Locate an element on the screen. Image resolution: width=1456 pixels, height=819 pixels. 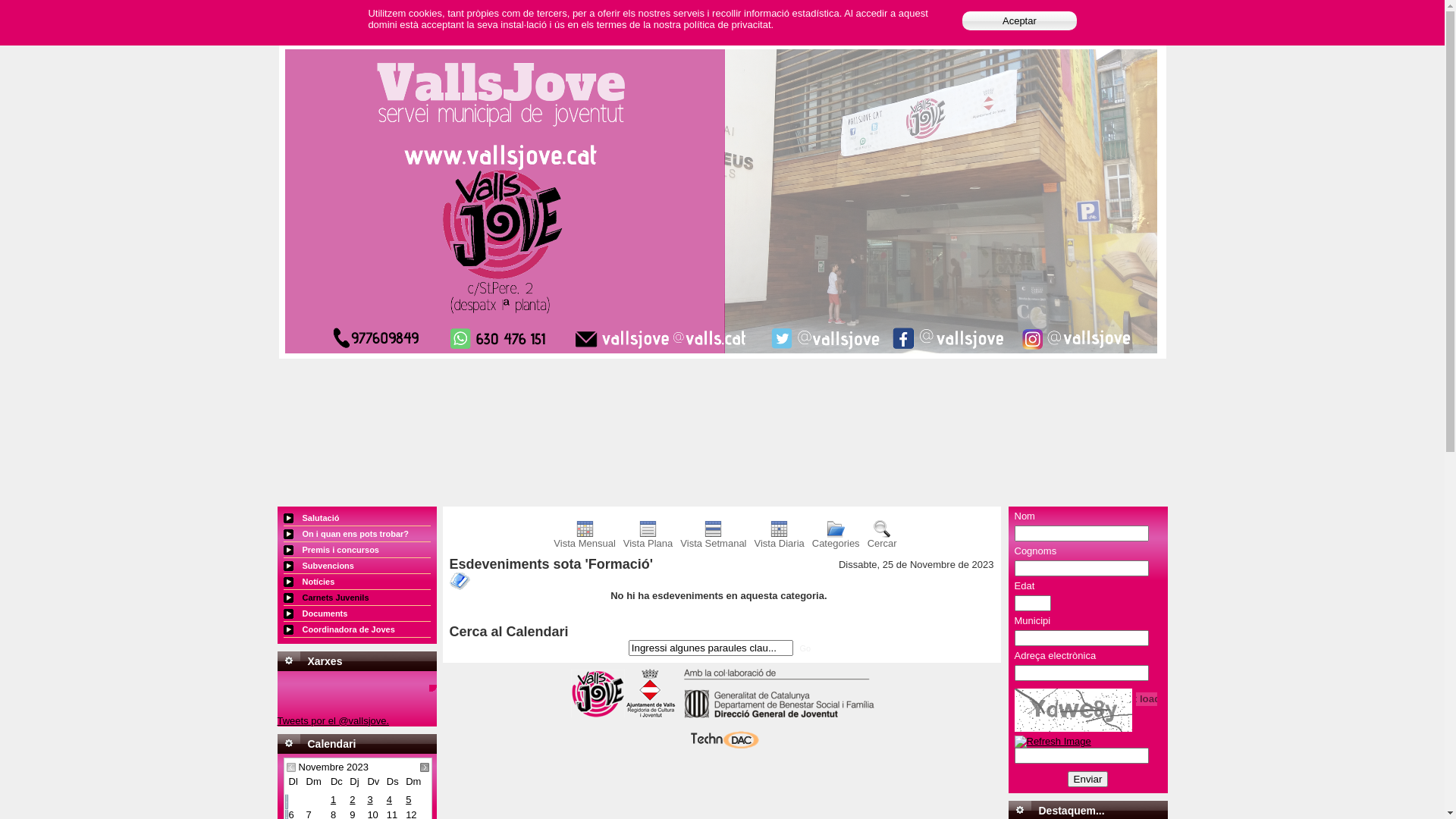
'Subvencions' is located at coordinates (356, 566).